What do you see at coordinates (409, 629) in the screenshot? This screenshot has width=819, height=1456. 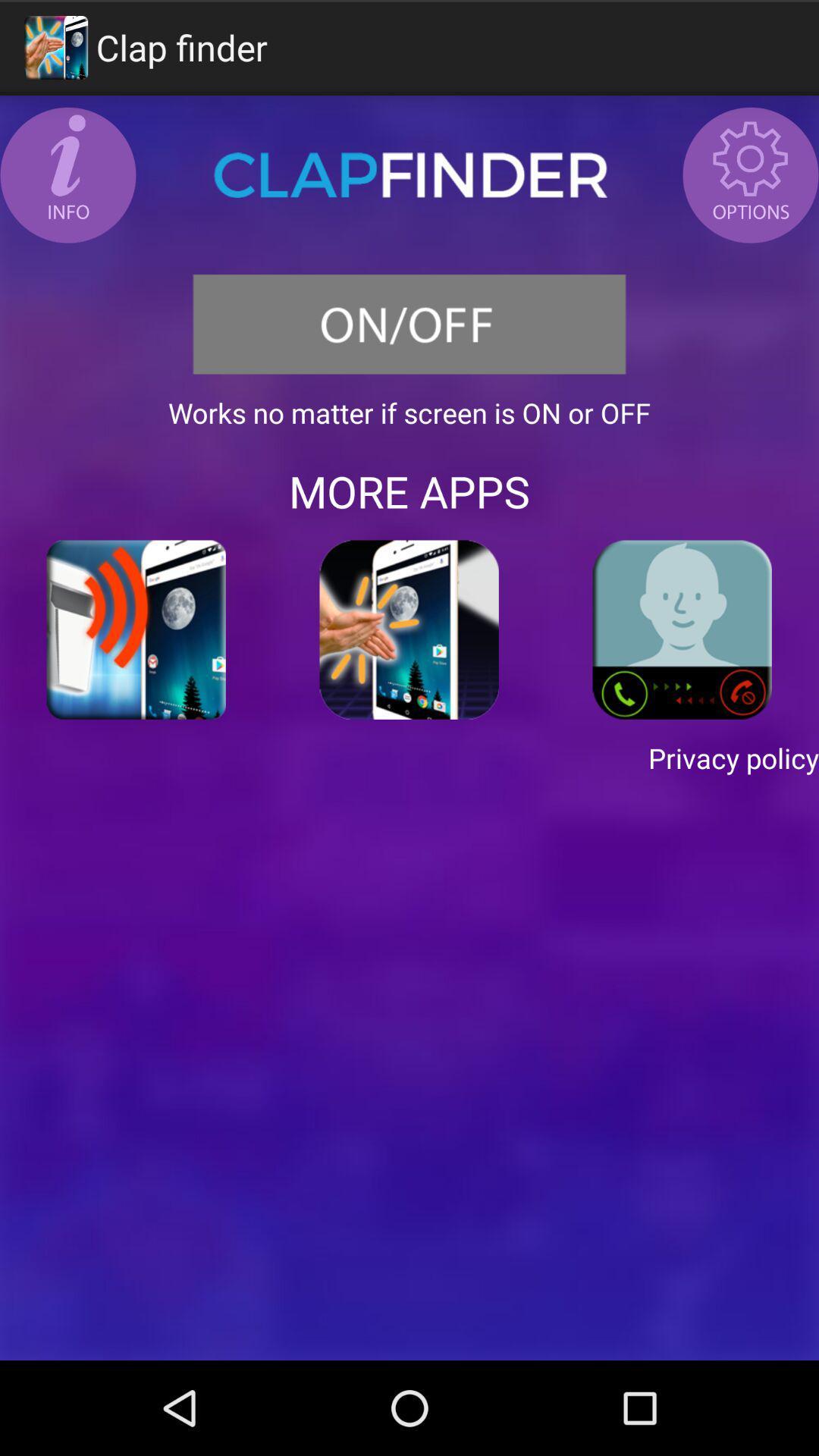 I see `choose app` at bounding box center [409, 629].